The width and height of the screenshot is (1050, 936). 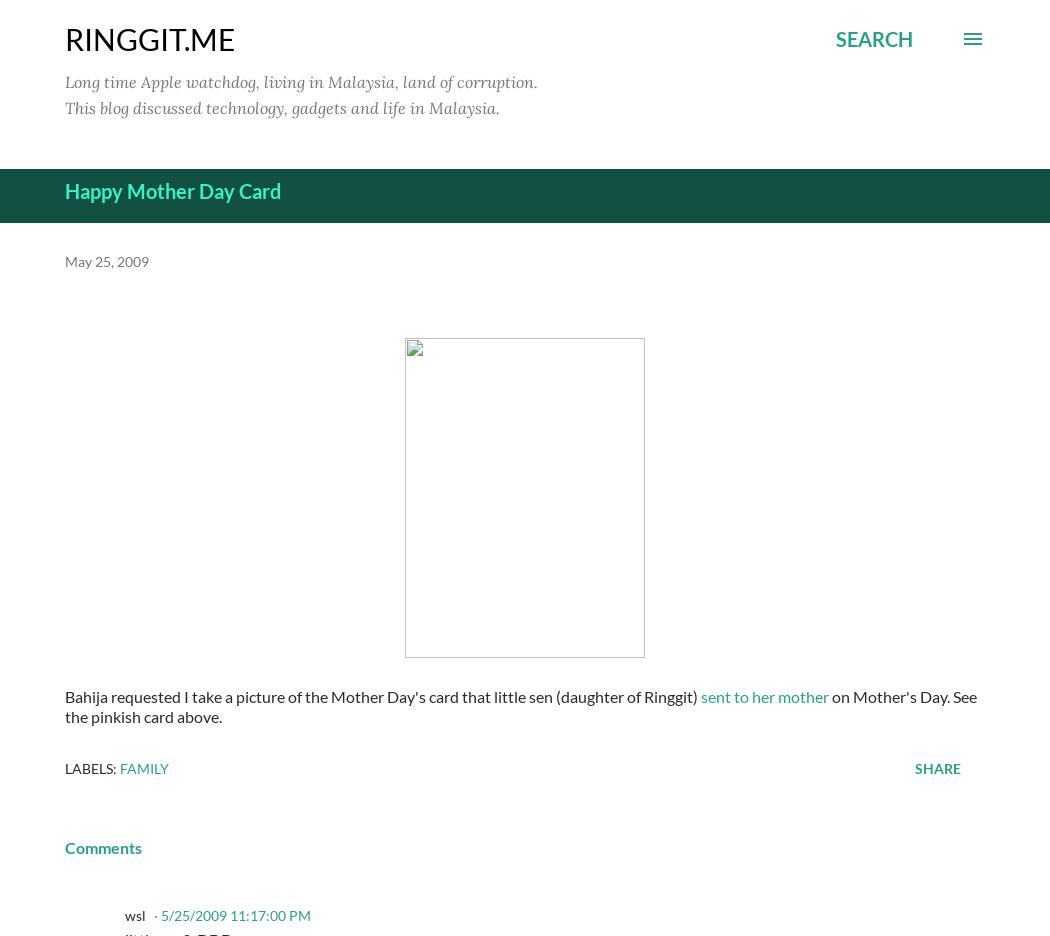 What do you see at coordinates (119, 767) in the screenshot?
I see `'family'` at bounding box center [119, 767].